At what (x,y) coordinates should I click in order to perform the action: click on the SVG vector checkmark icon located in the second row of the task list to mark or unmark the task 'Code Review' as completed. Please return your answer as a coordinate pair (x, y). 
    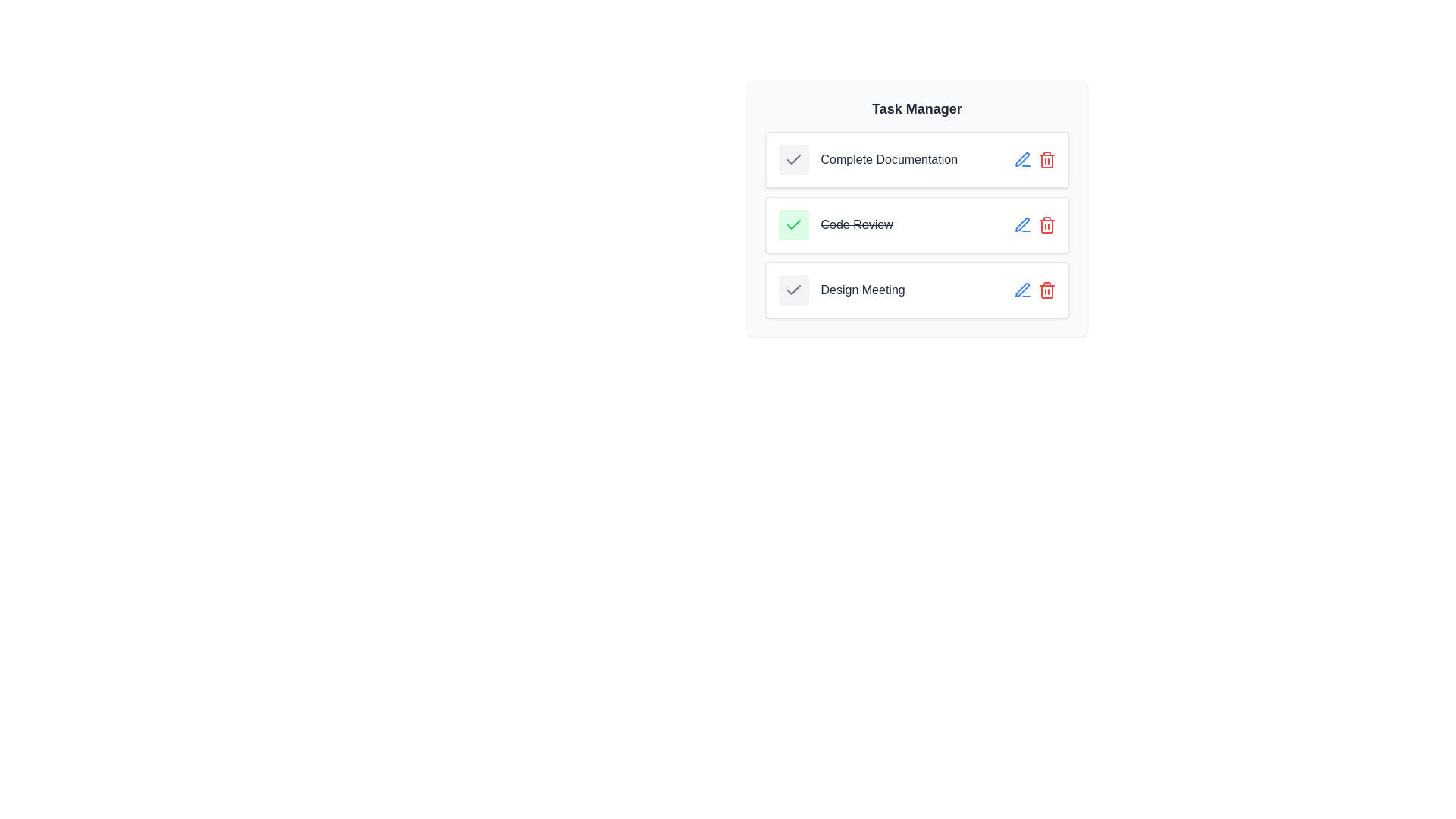
    Looking at the image, I should click on (792, 224).